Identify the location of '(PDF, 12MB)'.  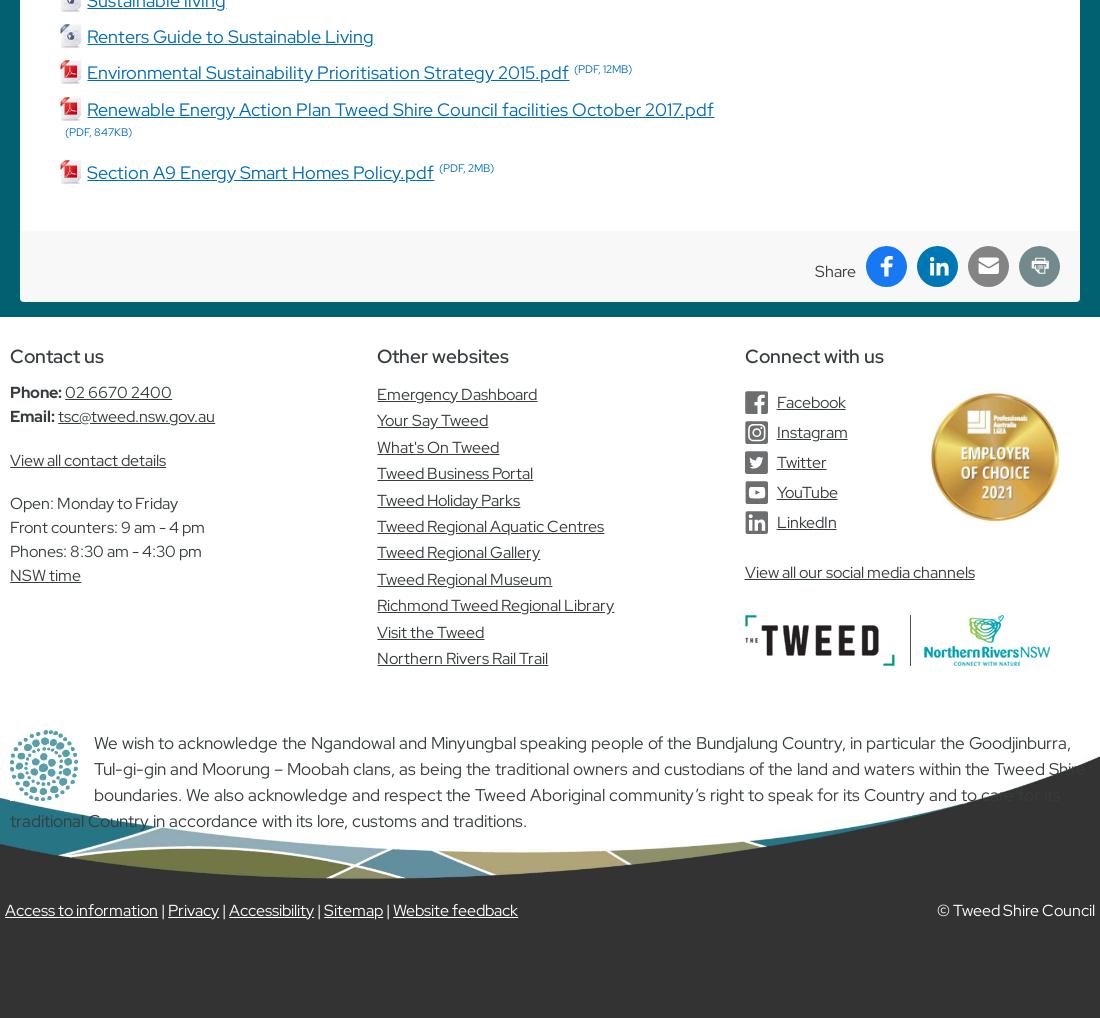
(602, 69).